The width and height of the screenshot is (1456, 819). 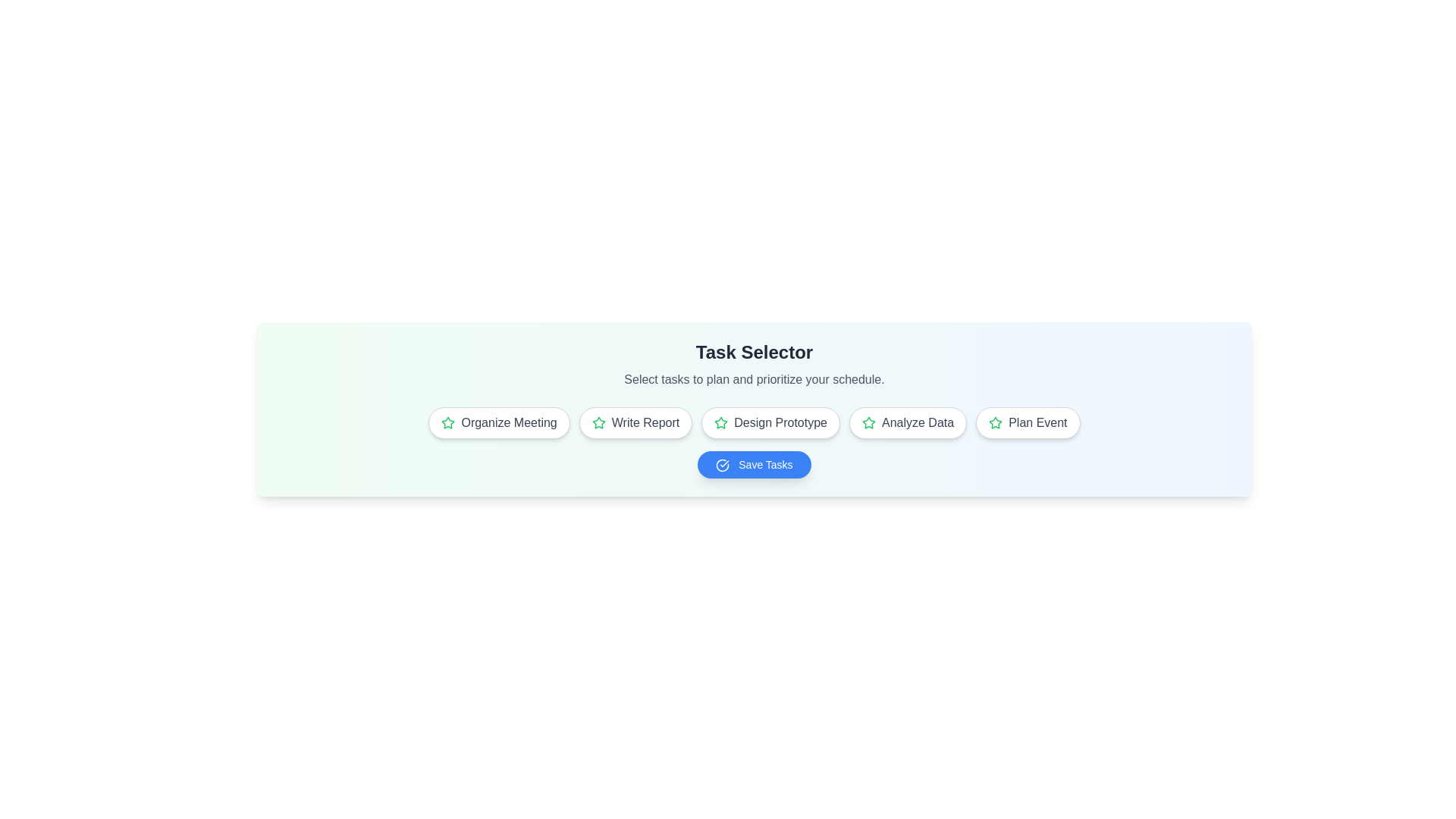 I want to click on the task Design Prototype to select it, so click(x=770, y=423).